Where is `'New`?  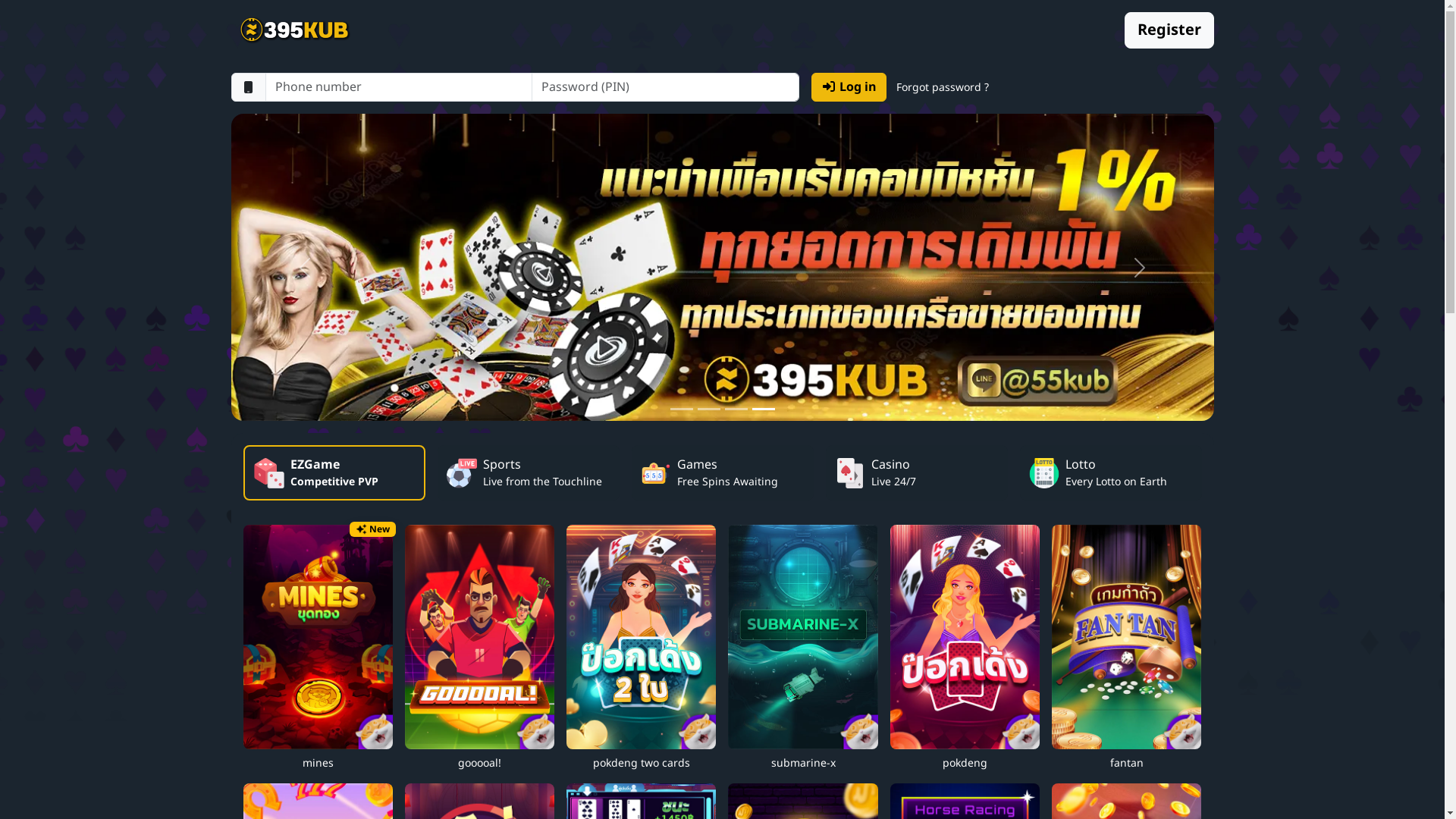
'New is located at coordinates (243, 648).